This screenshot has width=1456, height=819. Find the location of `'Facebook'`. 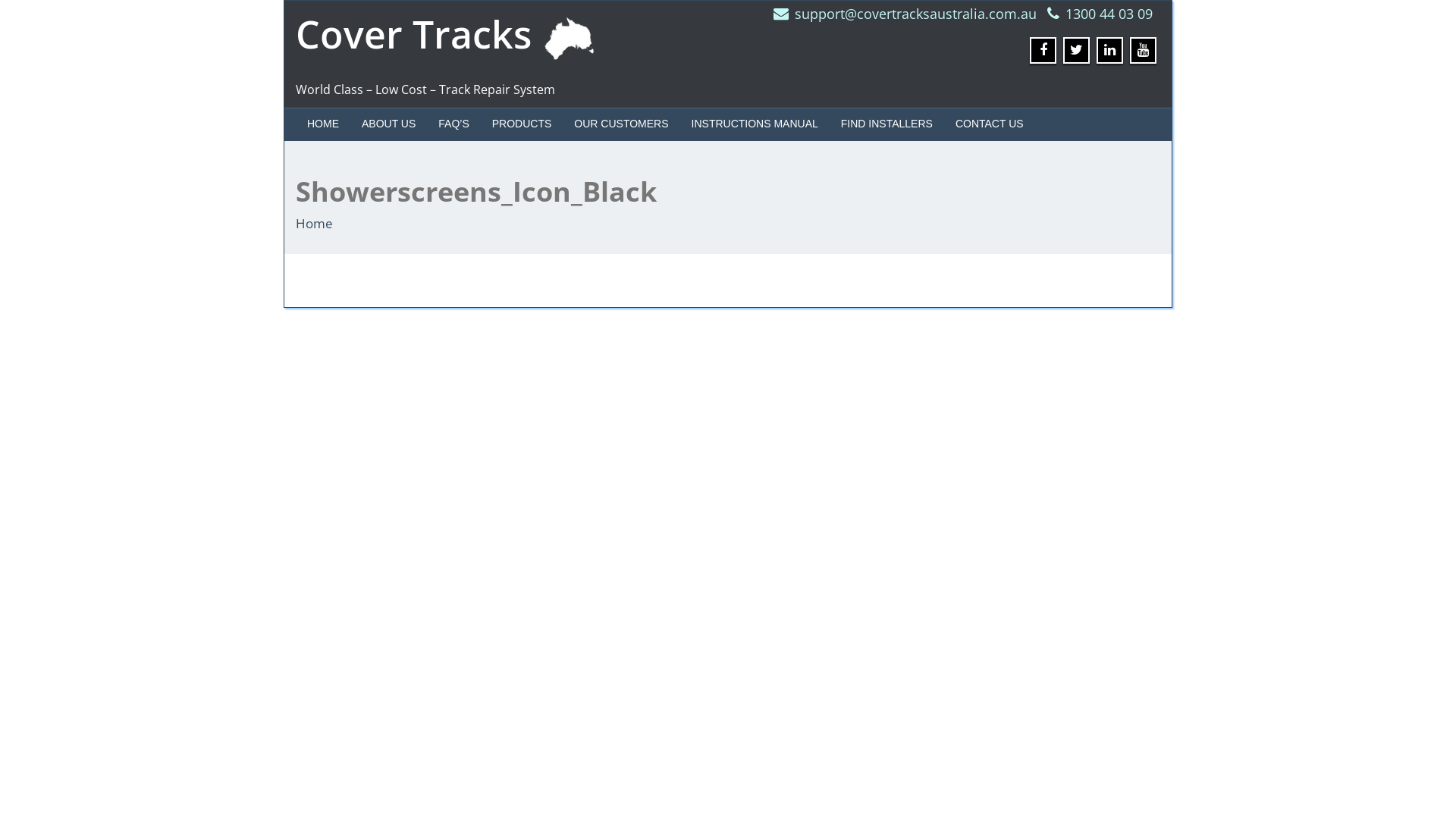

'Facebook' is located at coordinates (1030, 49).